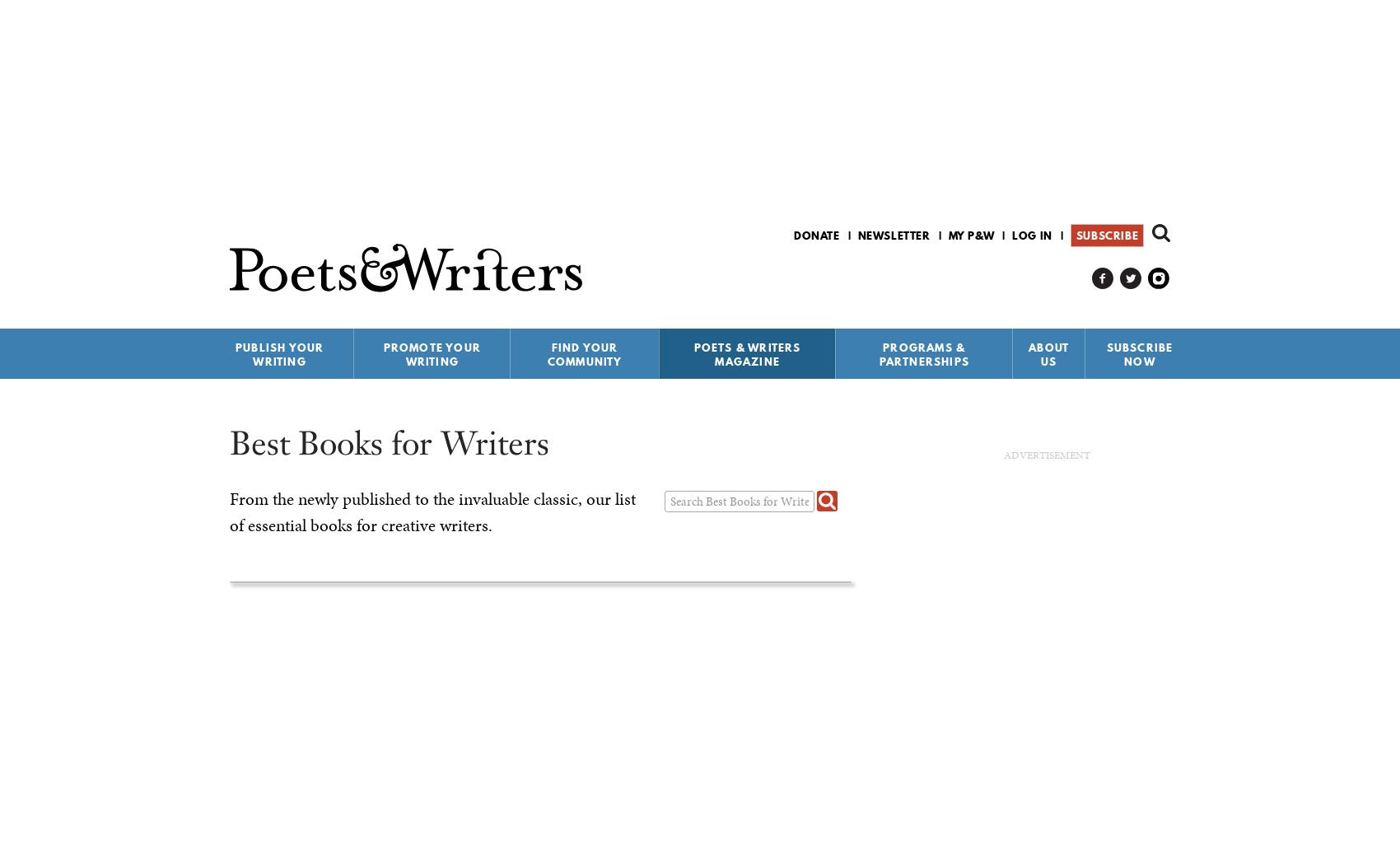 The width and height of the screenshot is (1400, 854). I want to click on 'Publish Your Writing', so click(278, 353).